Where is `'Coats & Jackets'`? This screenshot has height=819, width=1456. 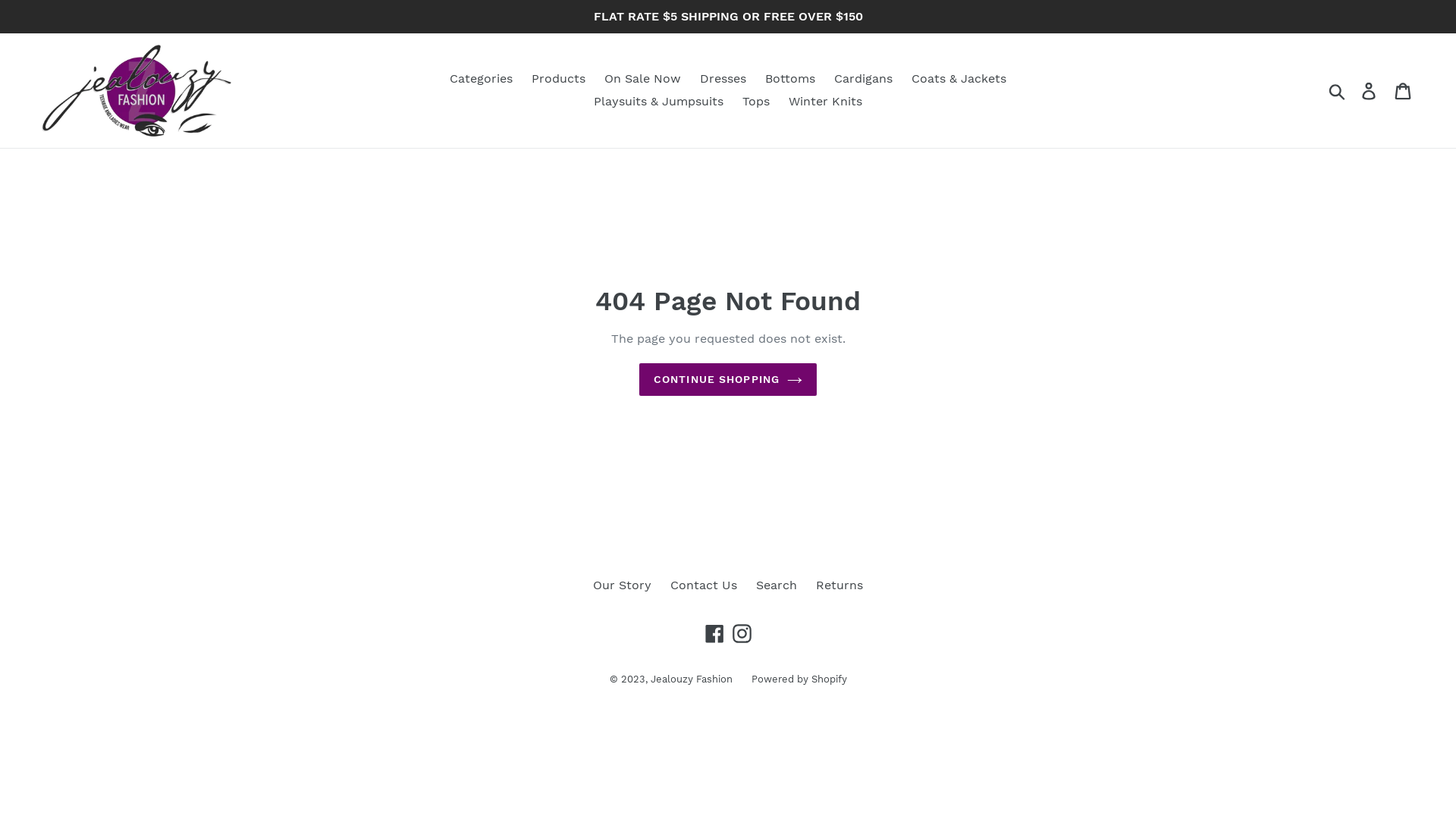
'Coats & Jackets' is located at coordinates (958, 79).